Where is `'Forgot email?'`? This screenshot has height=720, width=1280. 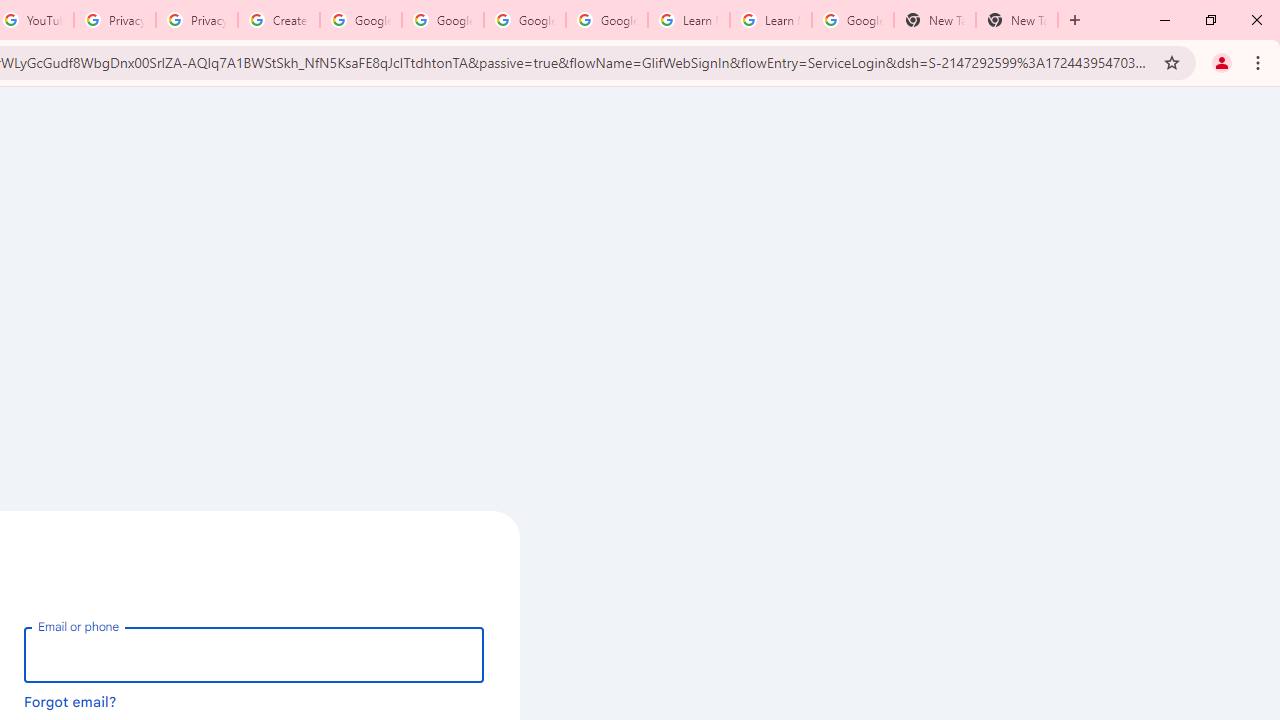 'Forgot email?' is located at coordinates (70, 700).